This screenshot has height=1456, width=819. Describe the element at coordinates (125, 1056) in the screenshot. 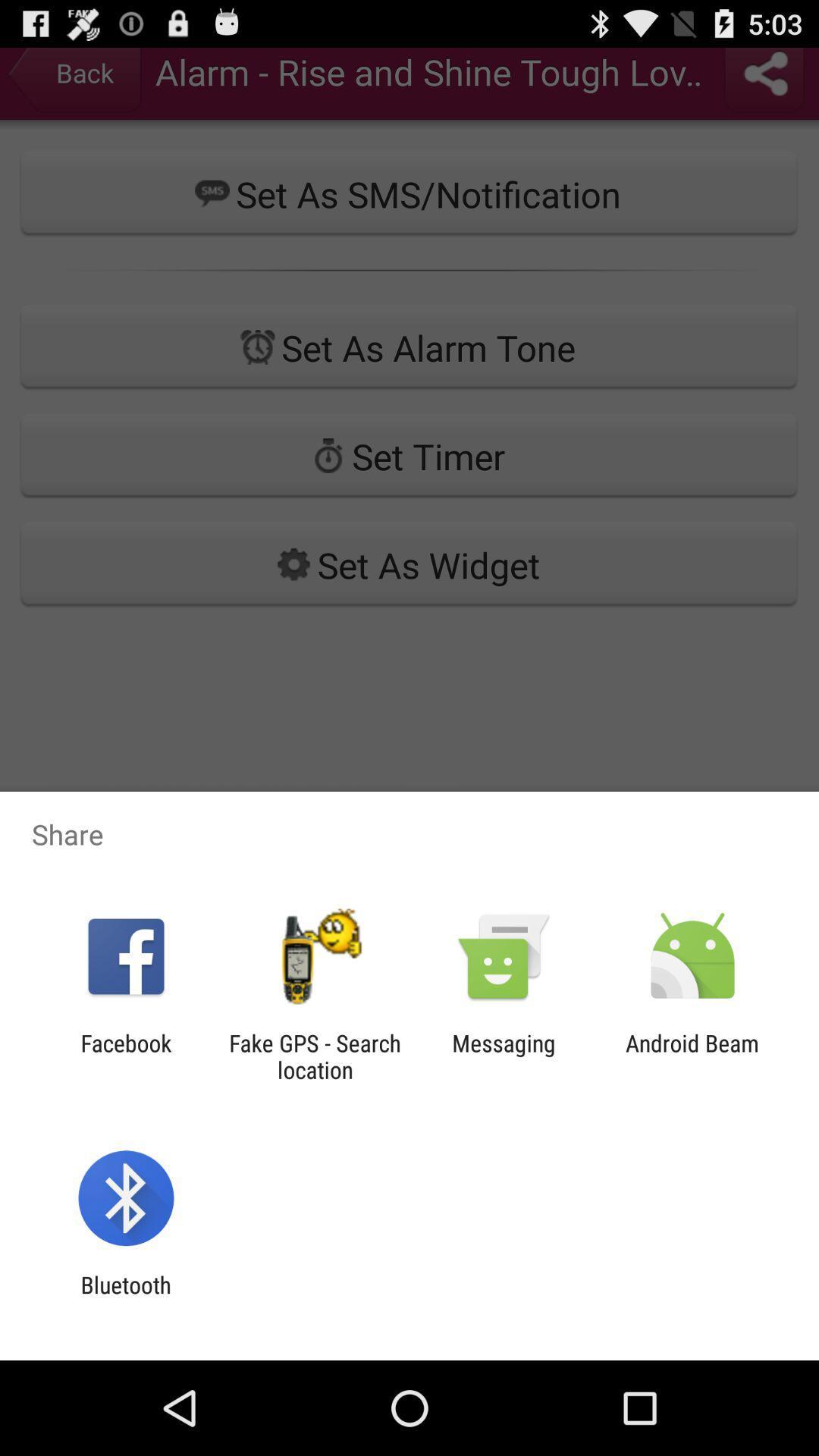

I see `the icon to the left of fake gps search` at that location.